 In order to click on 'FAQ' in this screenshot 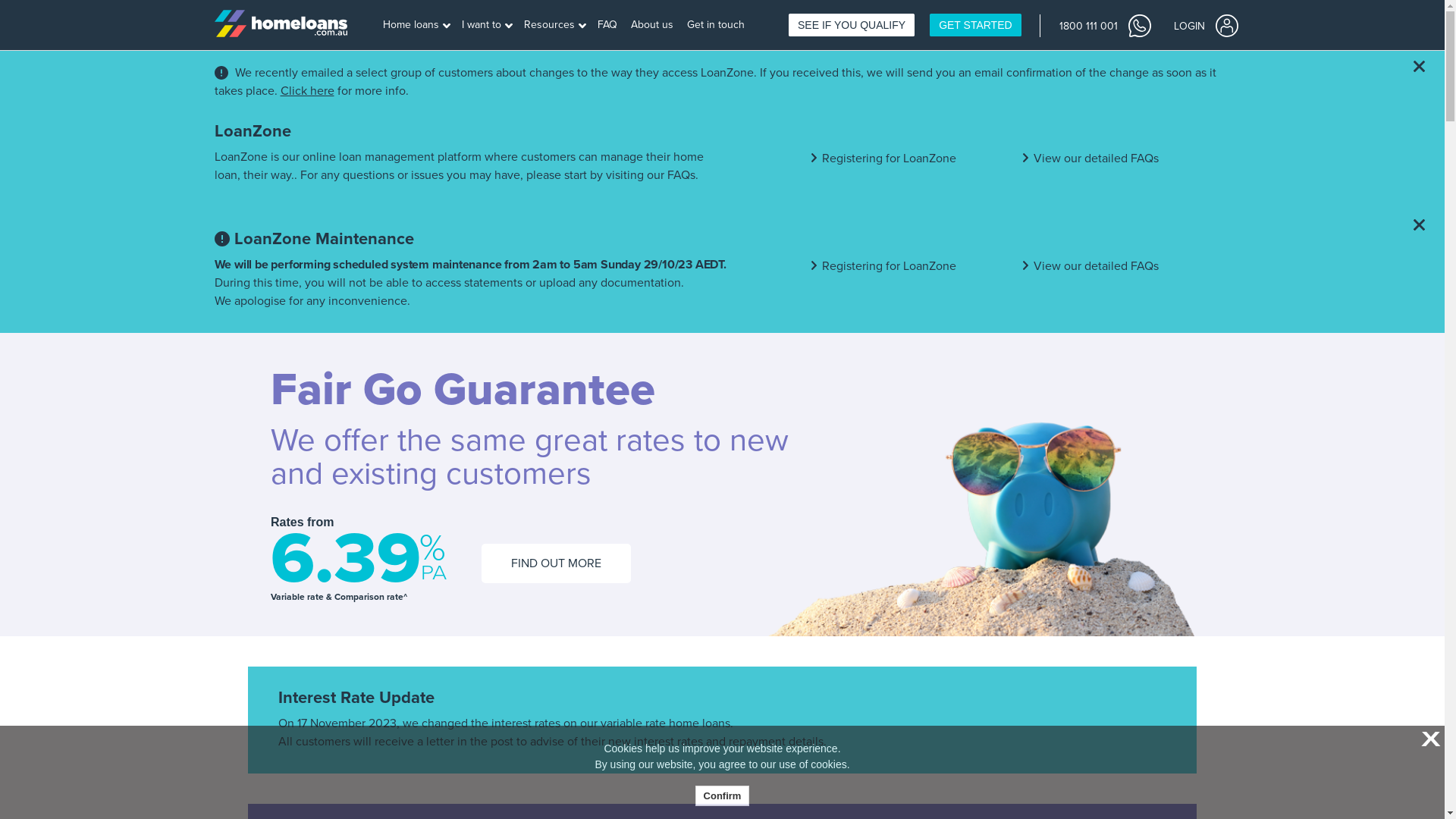, I will do `click(608, 25)`.